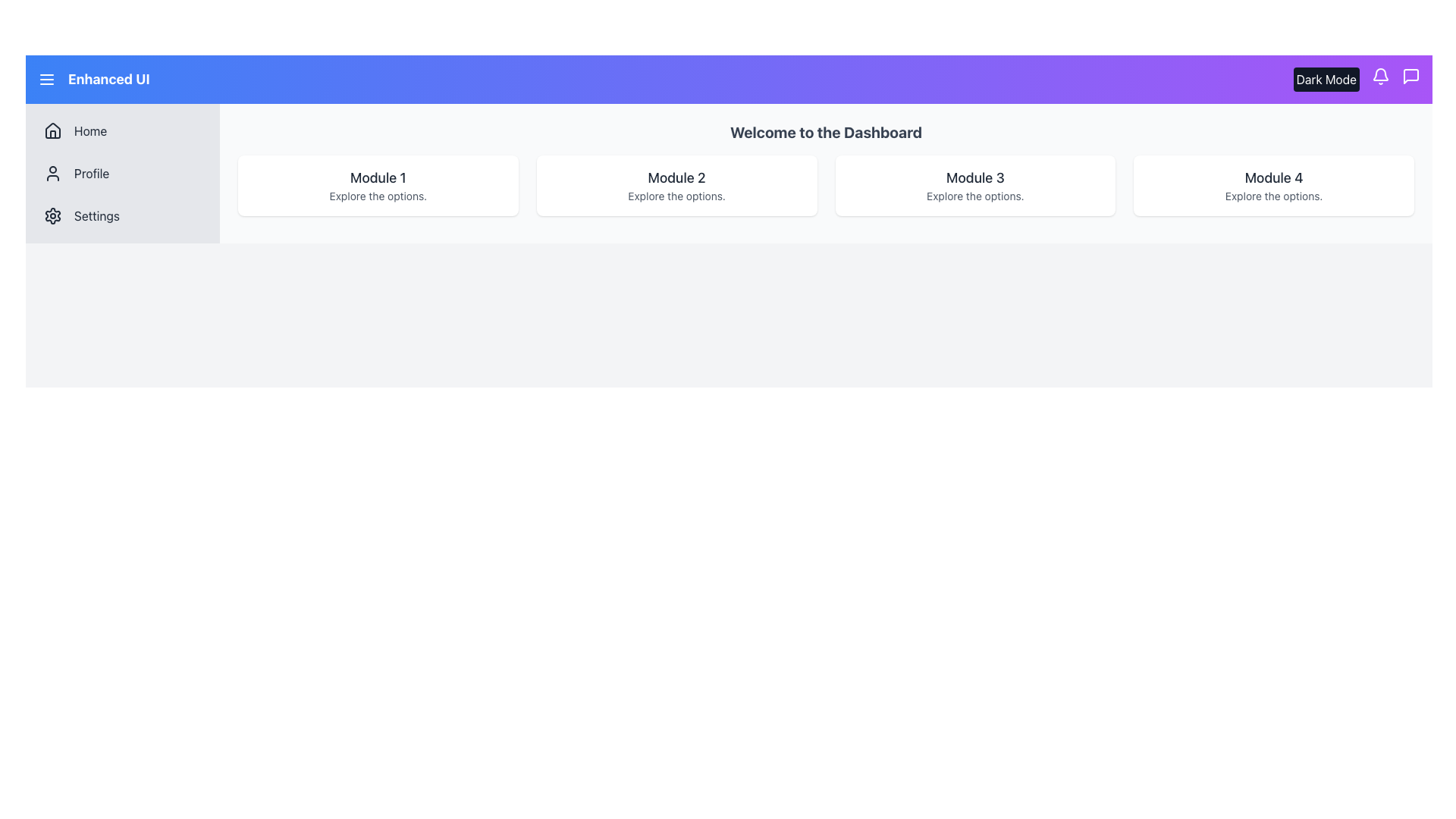 This screenshot has height=819, width=1456. I want to click on the navigation link text label located in the left navigation bar, which allows access to the home page of the application, so click(89, 130).